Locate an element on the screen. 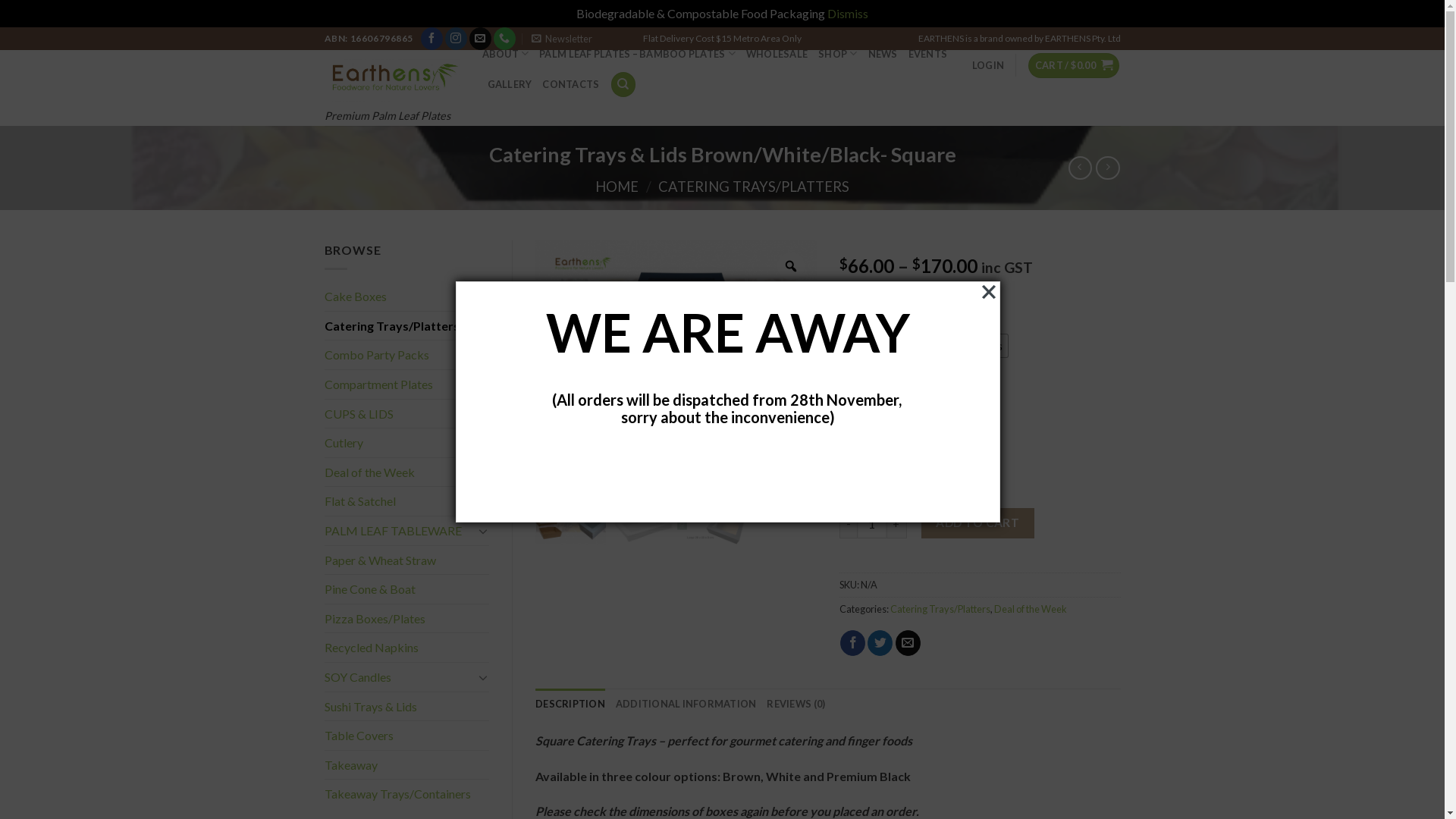  'Earthens - Premium Palm Leaf Plates' is located at coordinates (392, 76).